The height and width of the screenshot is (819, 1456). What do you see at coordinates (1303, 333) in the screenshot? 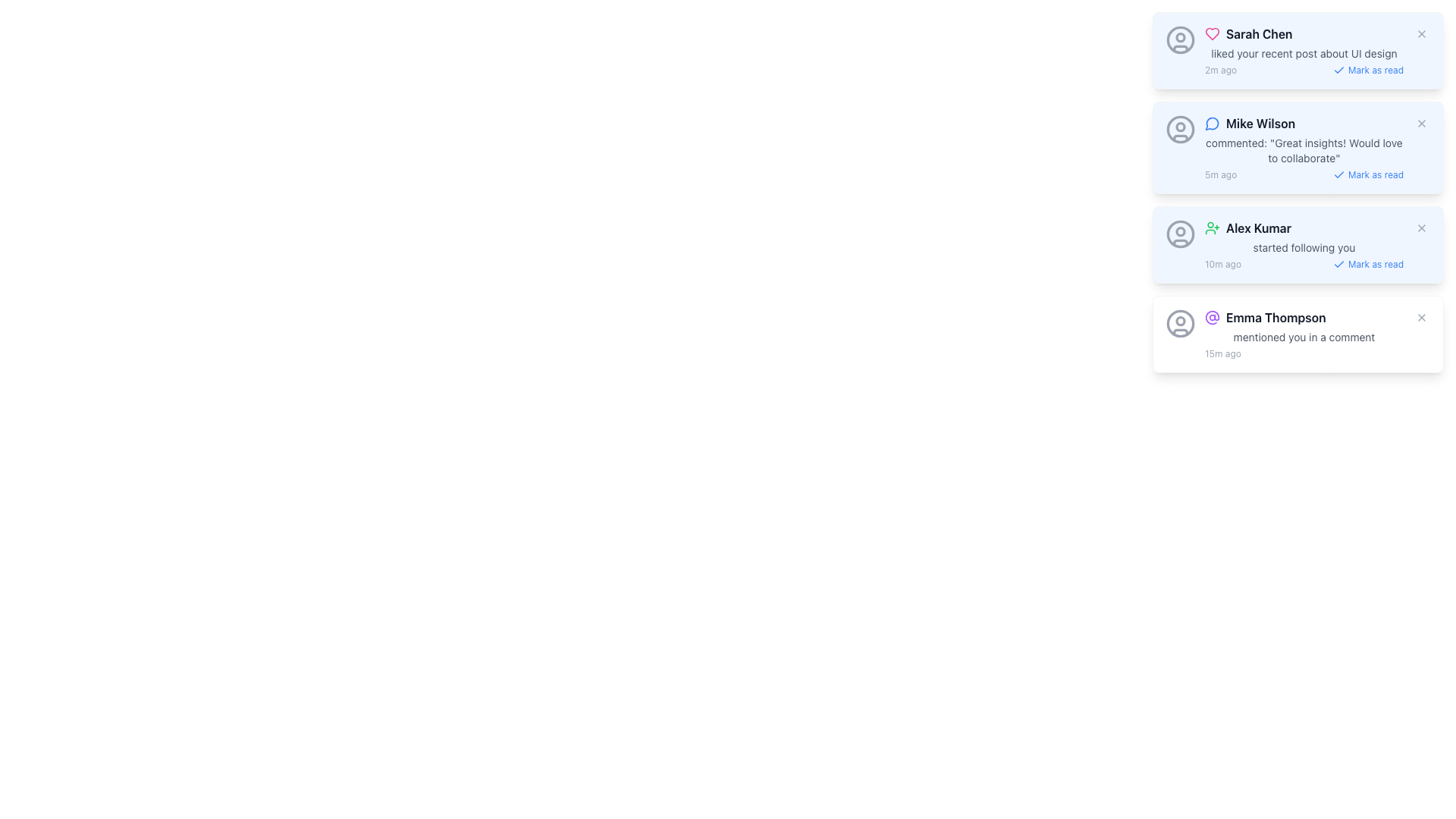
I see `the notification card for 'Emma Thompson' which mentions you in a comment` at bounding box center [1303, 333].